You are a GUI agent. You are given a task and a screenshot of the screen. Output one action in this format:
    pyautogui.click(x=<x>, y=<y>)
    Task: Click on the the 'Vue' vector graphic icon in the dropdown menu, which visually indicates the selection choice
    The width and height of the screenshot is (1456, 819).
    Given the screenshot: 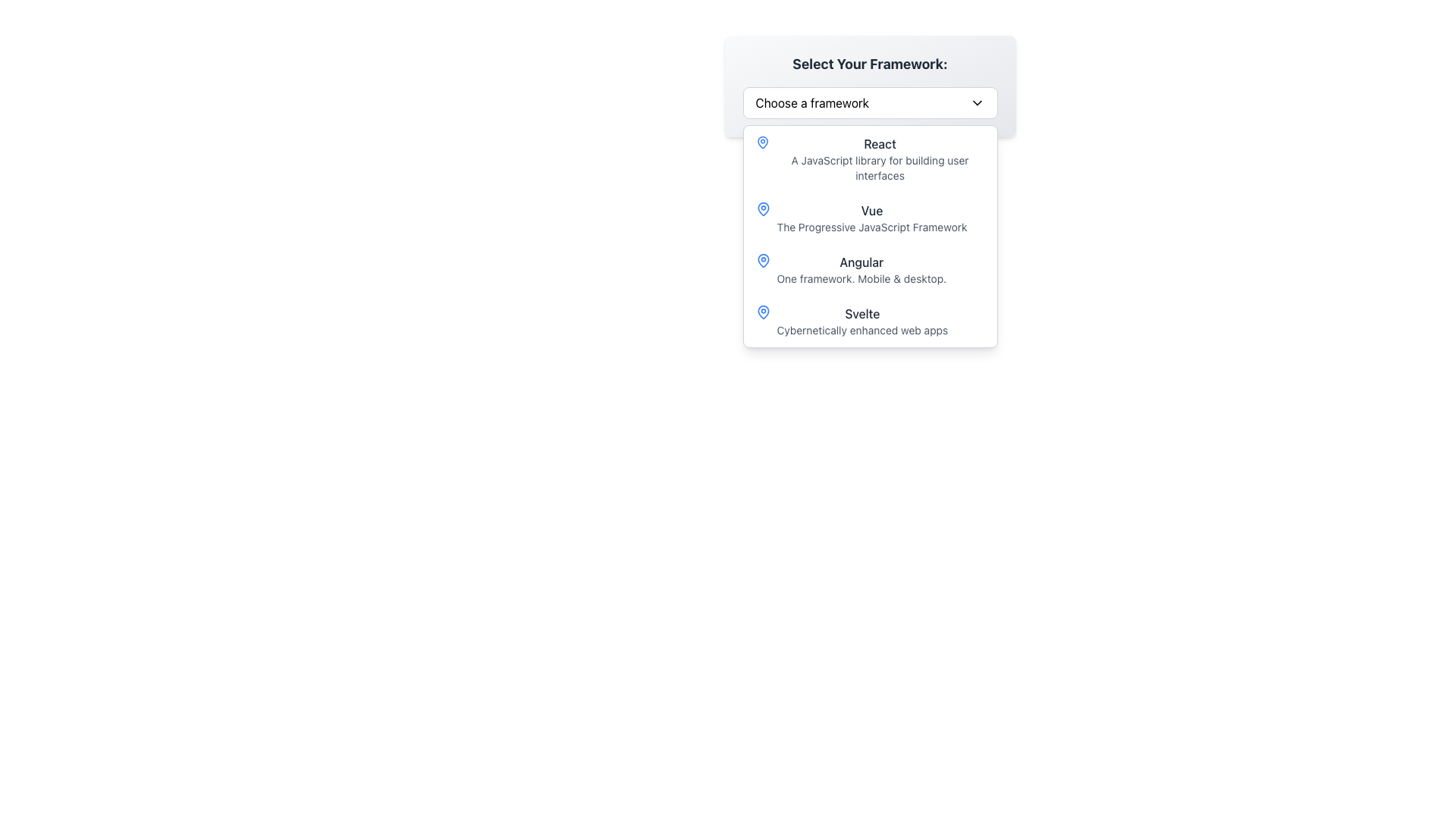 What is the action you would take?
    pyautogui.click(x=763, y=209)
    